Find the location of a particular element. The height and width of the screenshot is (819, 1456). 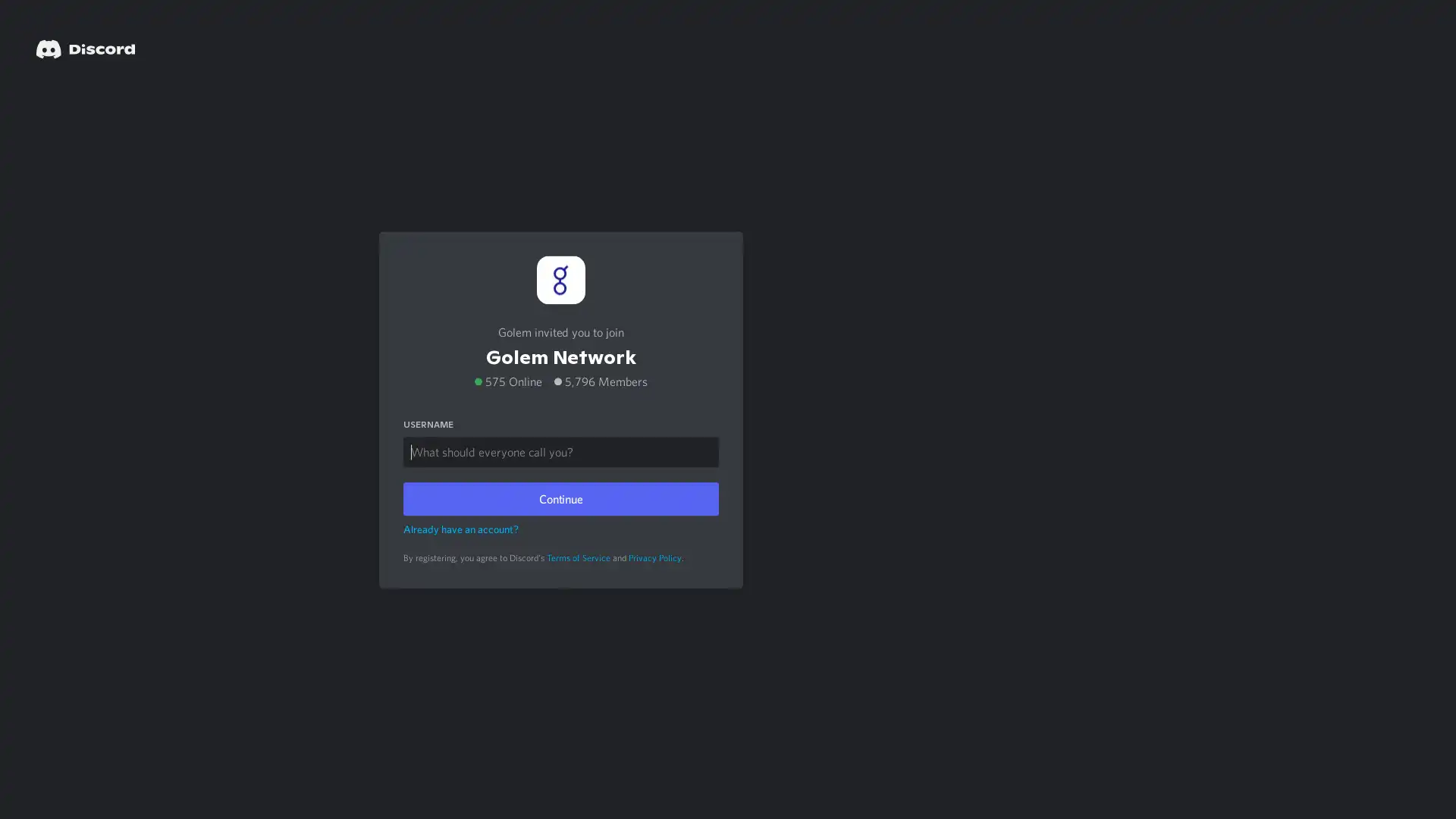

Already have an account? is located at coordinates (460, 528).